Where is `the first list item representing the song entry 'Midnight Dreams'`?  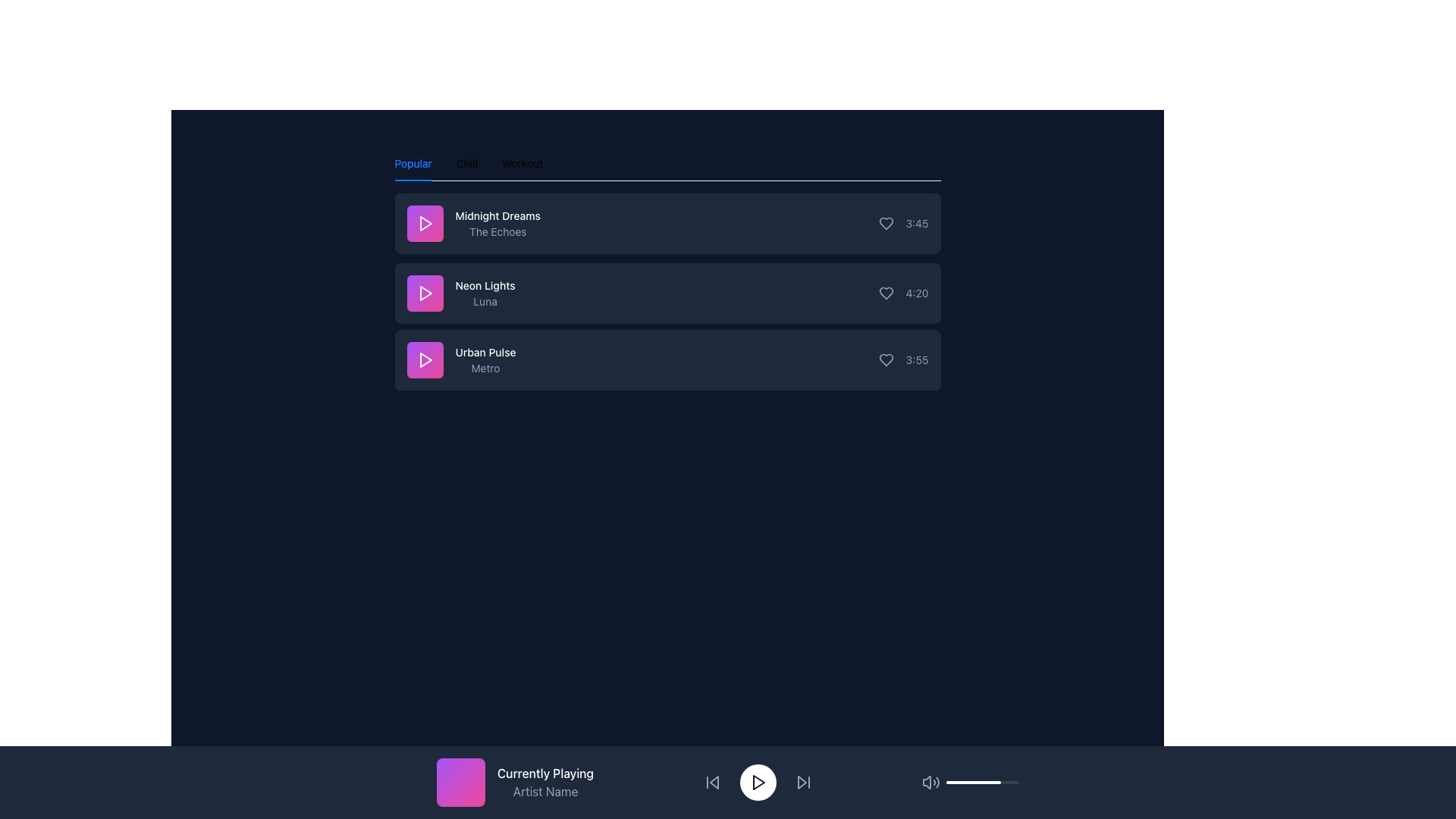 the first list item representing the song entry 'Midnight Dreams' is located at coordinates (667, 223).